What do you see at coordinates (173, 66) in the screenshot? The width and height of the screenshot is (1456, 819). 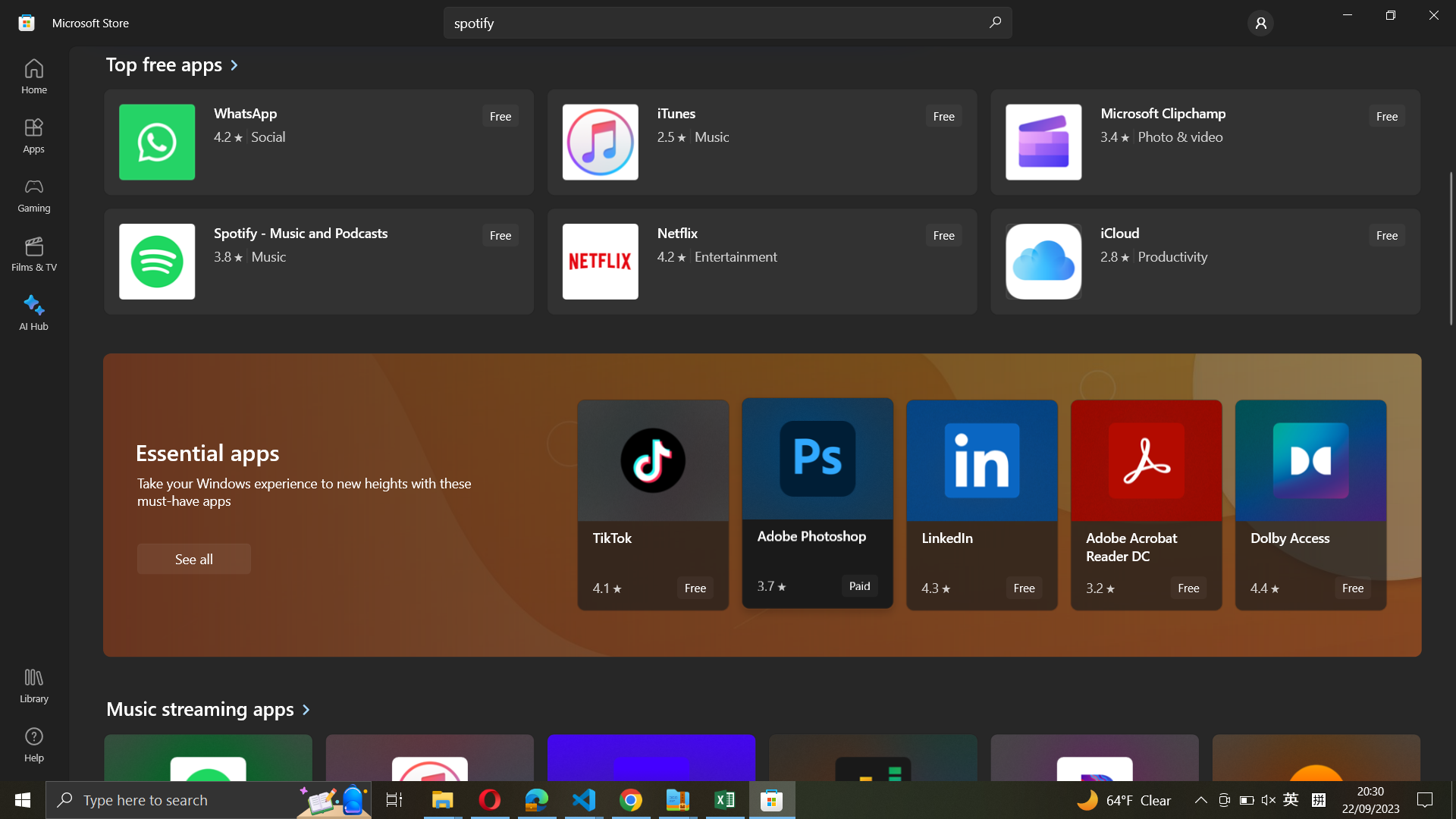 I see `Top Free Applications` at bounding box center [173, 66].